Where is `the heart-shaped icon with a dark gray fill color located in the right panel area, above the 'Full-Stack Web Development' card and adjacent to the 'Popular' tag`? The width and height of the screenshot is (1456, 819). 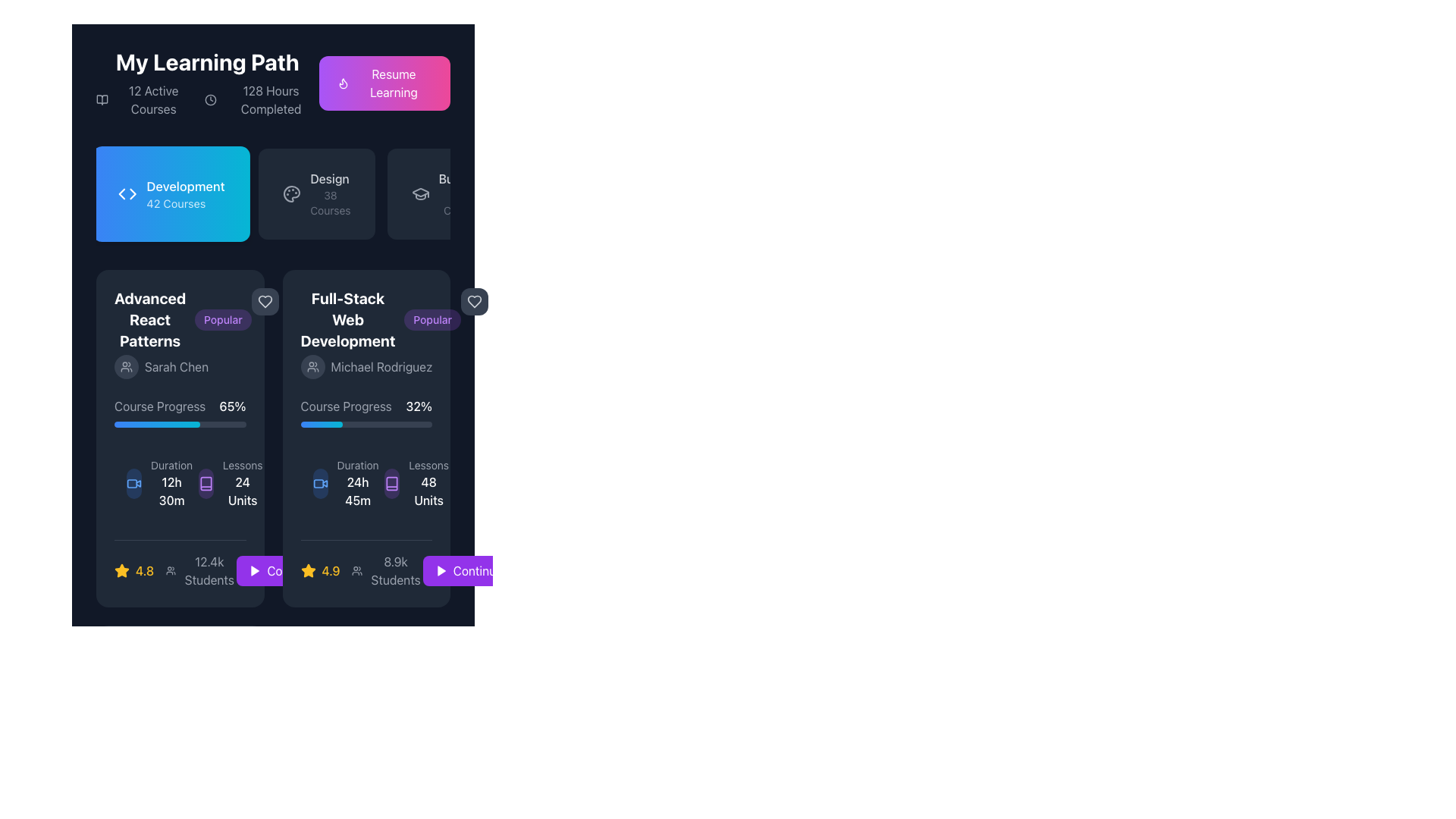
the heart-shaped icon with a dark gray fill color located in the right panel area, above the 'Full-Stack Web Development' card and adjacent to the 'Popular' tag is located at coordinates (473, 301).